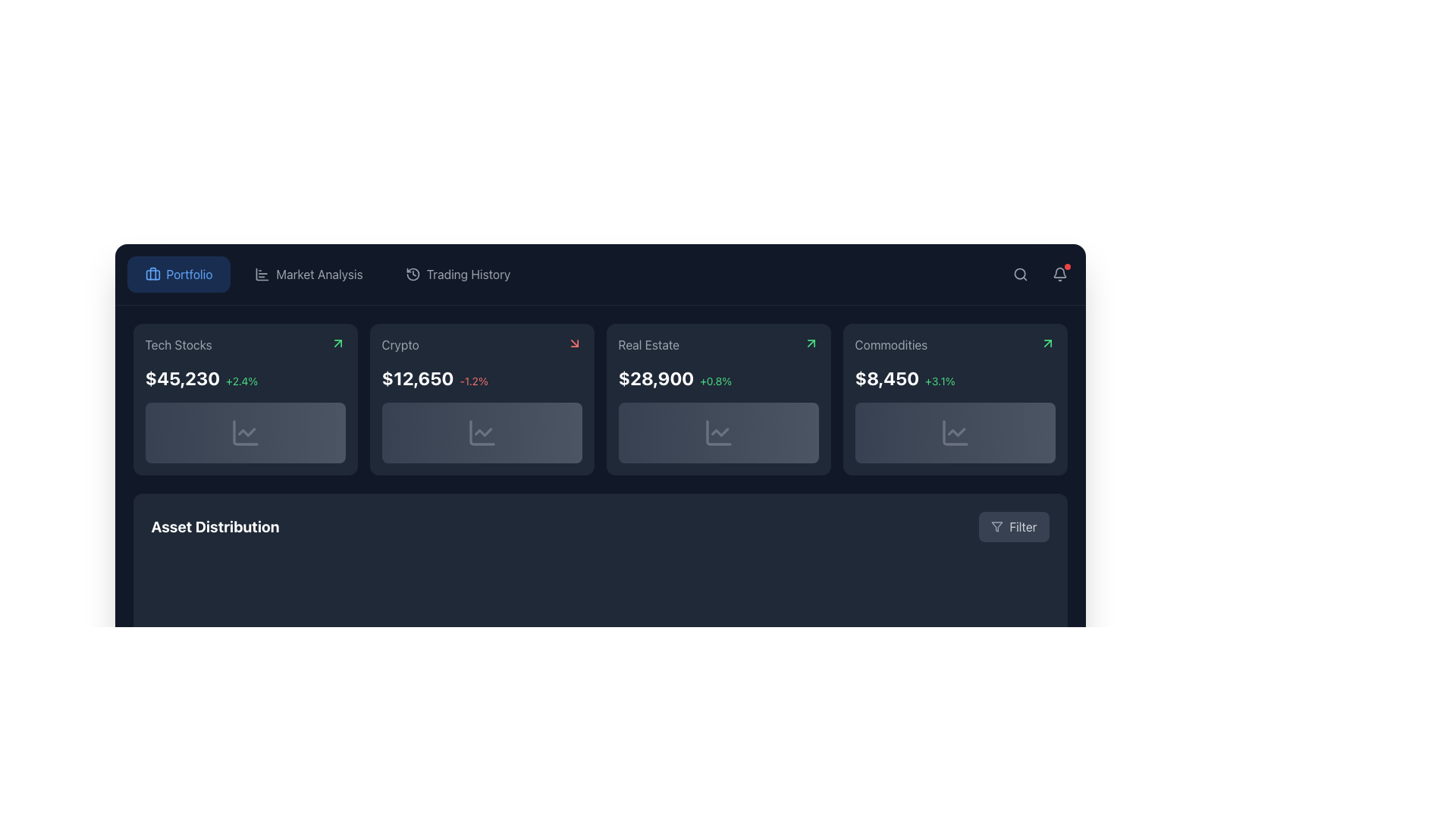  I want to click on the line chart icon representing performance trends for the 'Real Estate' asset located in the lower section of the third card from the left in the row of four summary cards, so click(719, 432).